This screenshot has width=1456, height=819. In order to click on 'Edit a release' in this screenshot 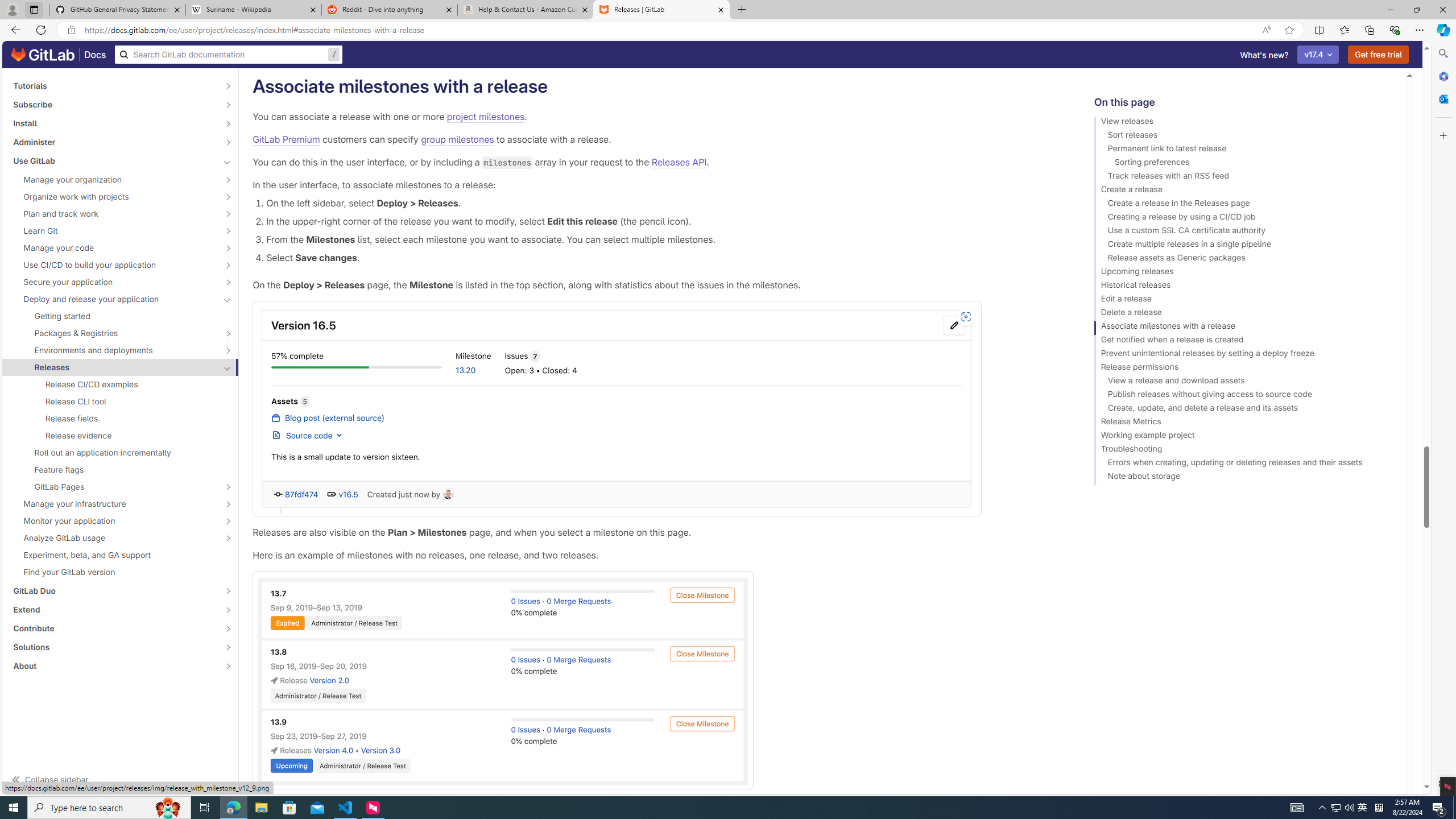, I will do `click(1244, 300)`.